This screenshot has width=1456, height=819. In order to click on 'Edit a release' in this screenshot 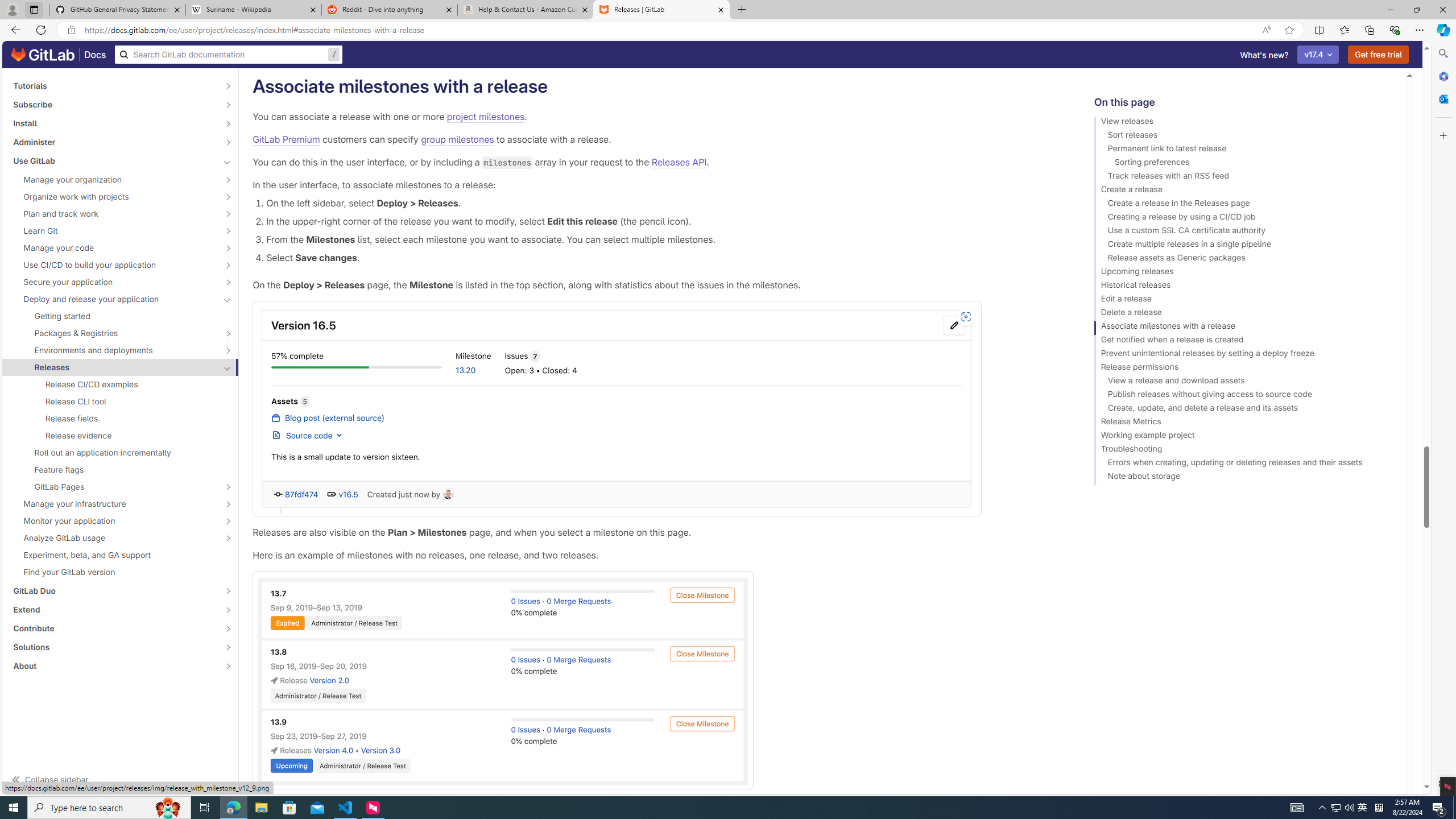, I will do `click(1244, 300)`.